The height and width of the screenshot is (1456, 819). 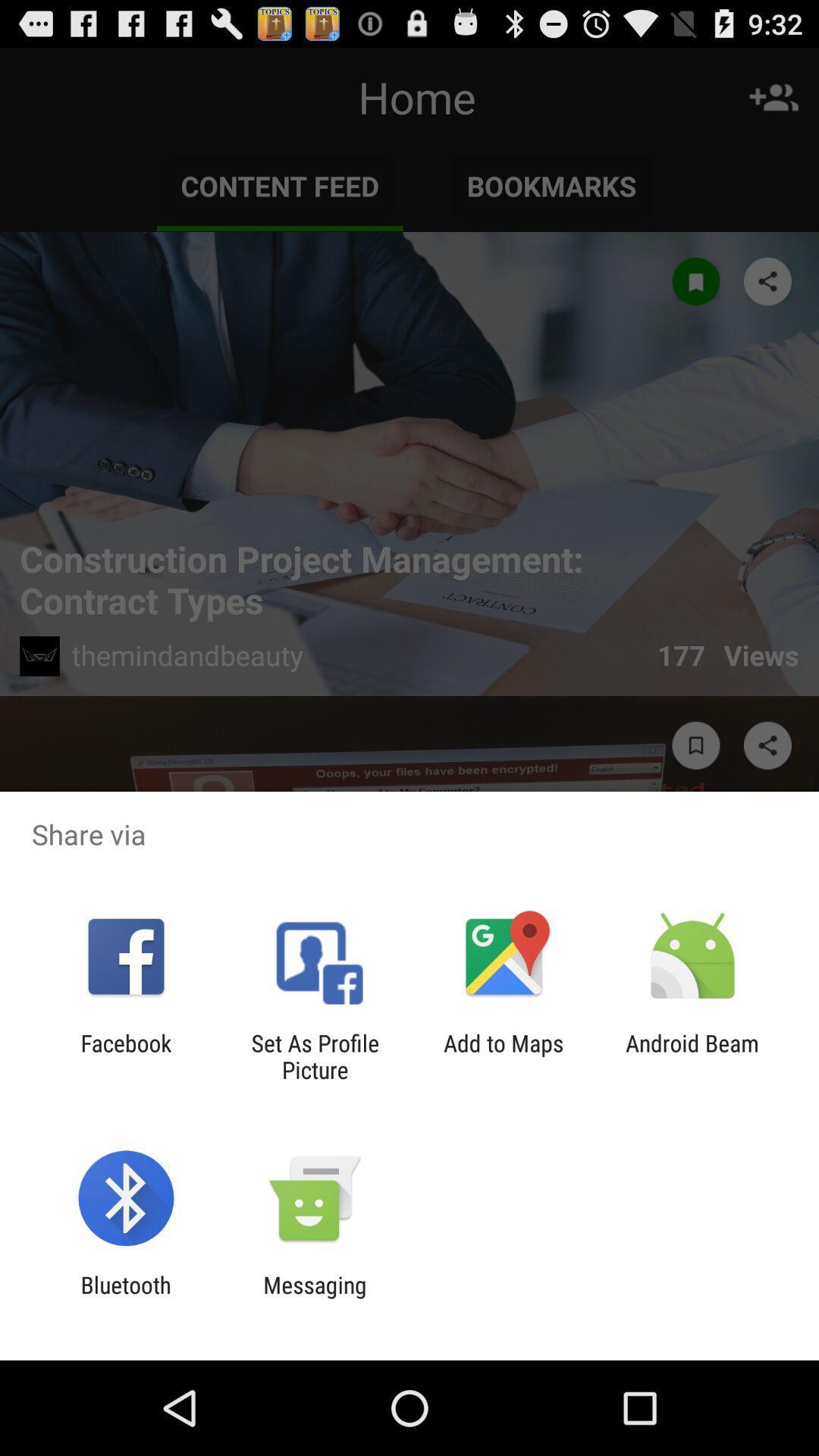 I want to click on the facebook icon, so click(x=125, y=1056).